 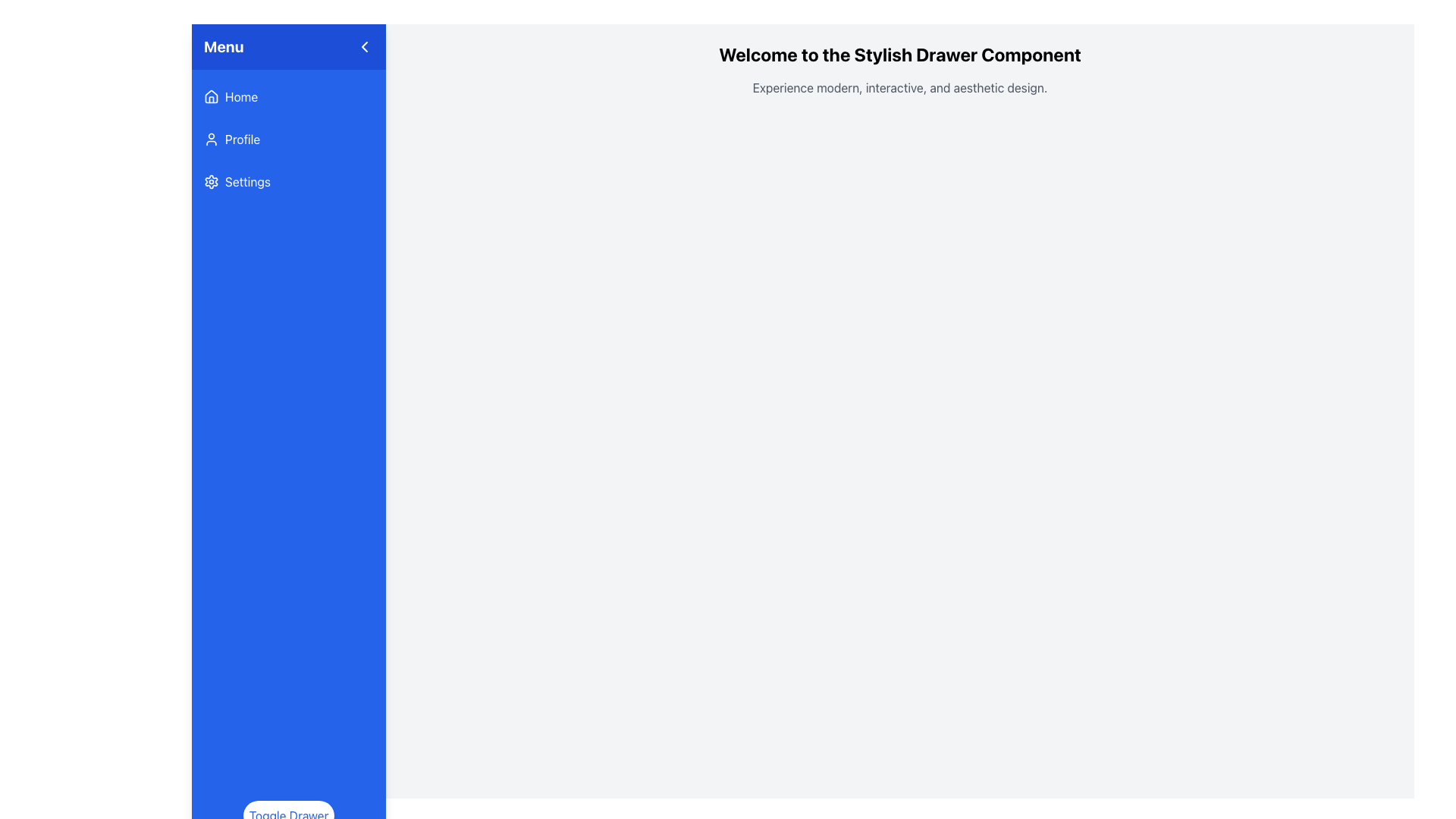 I want to click on the 'Menu' text label, which is styled with bold and large white font on a blue background, located at the top-left corner of the sidebar region, so click(x=223, y=45).